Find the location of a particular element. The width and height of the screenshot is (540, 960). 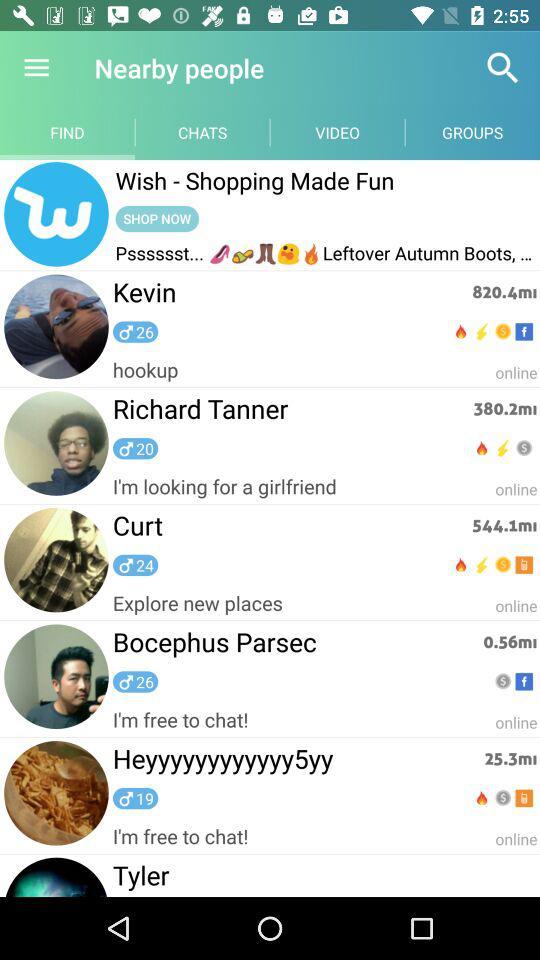

click on profile is located at coordinates (56, 215).